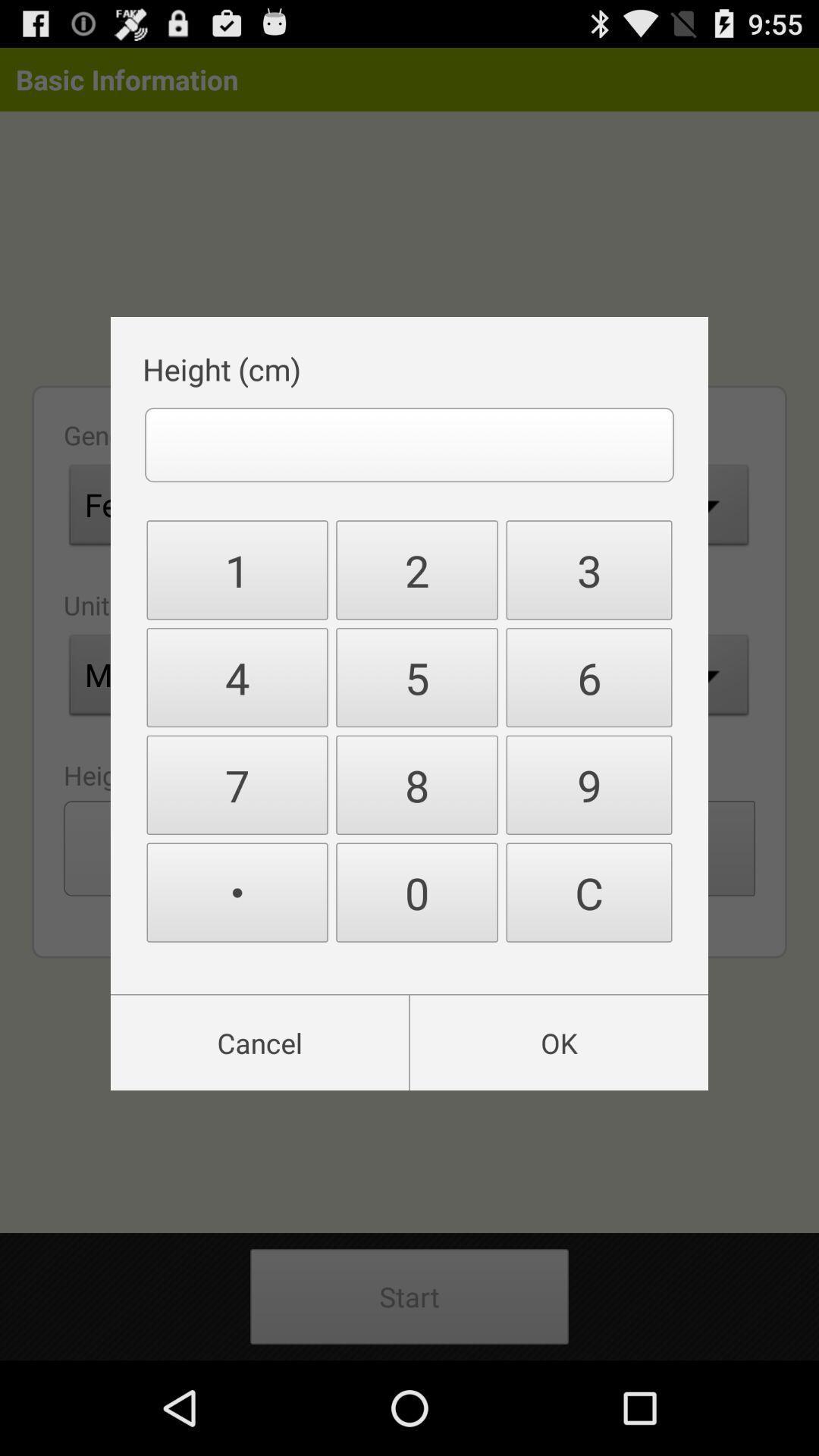 The width and height of the screenshot is (819, 1456). Describe the element at coordinates (417, 893) in the screenshot. I see `button to the left of the 9 button` at that location.